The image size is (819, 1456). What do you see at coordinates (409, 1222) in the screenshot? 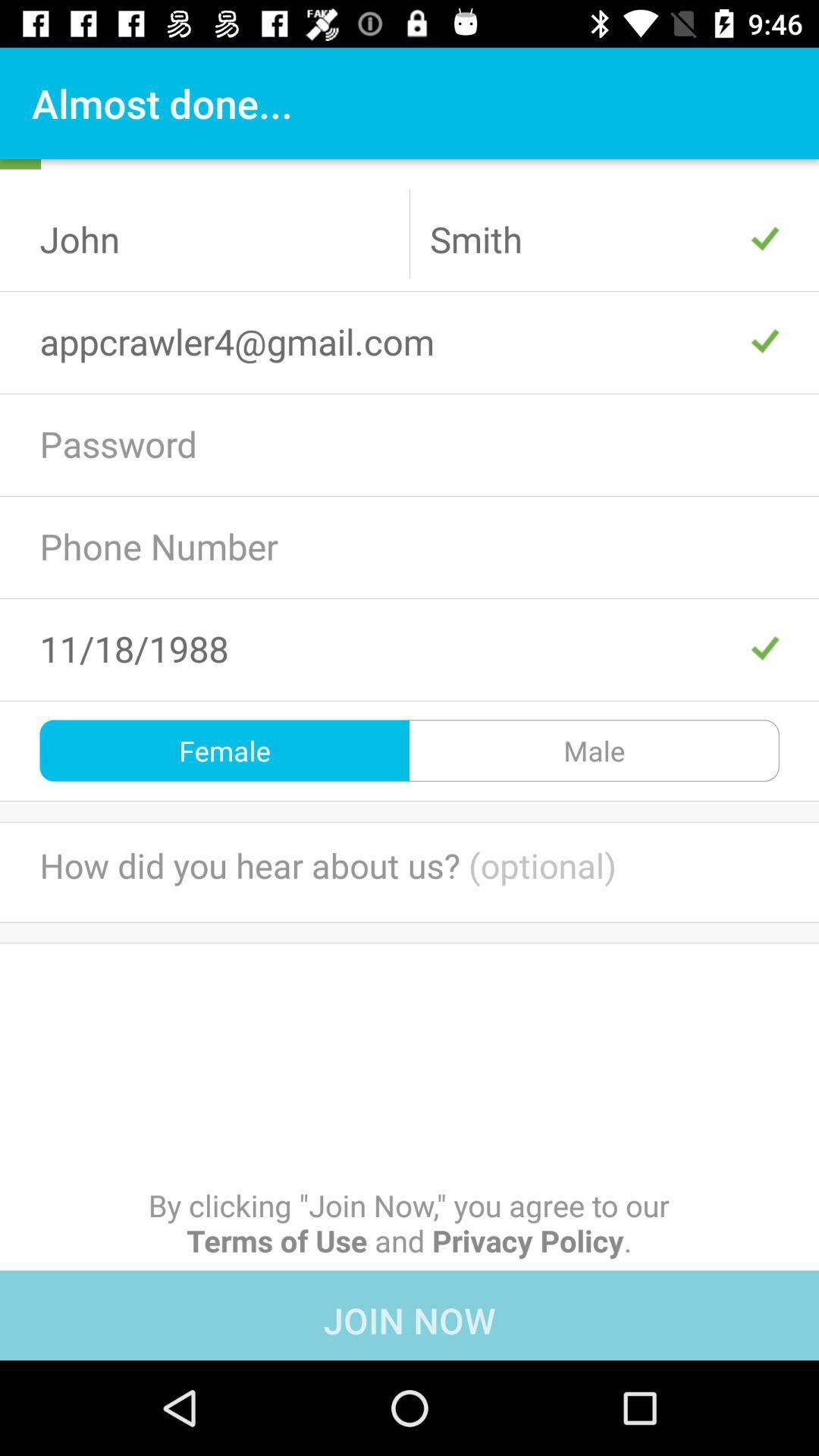
I see `the text above to join now` at bounding box center [409, 1222].